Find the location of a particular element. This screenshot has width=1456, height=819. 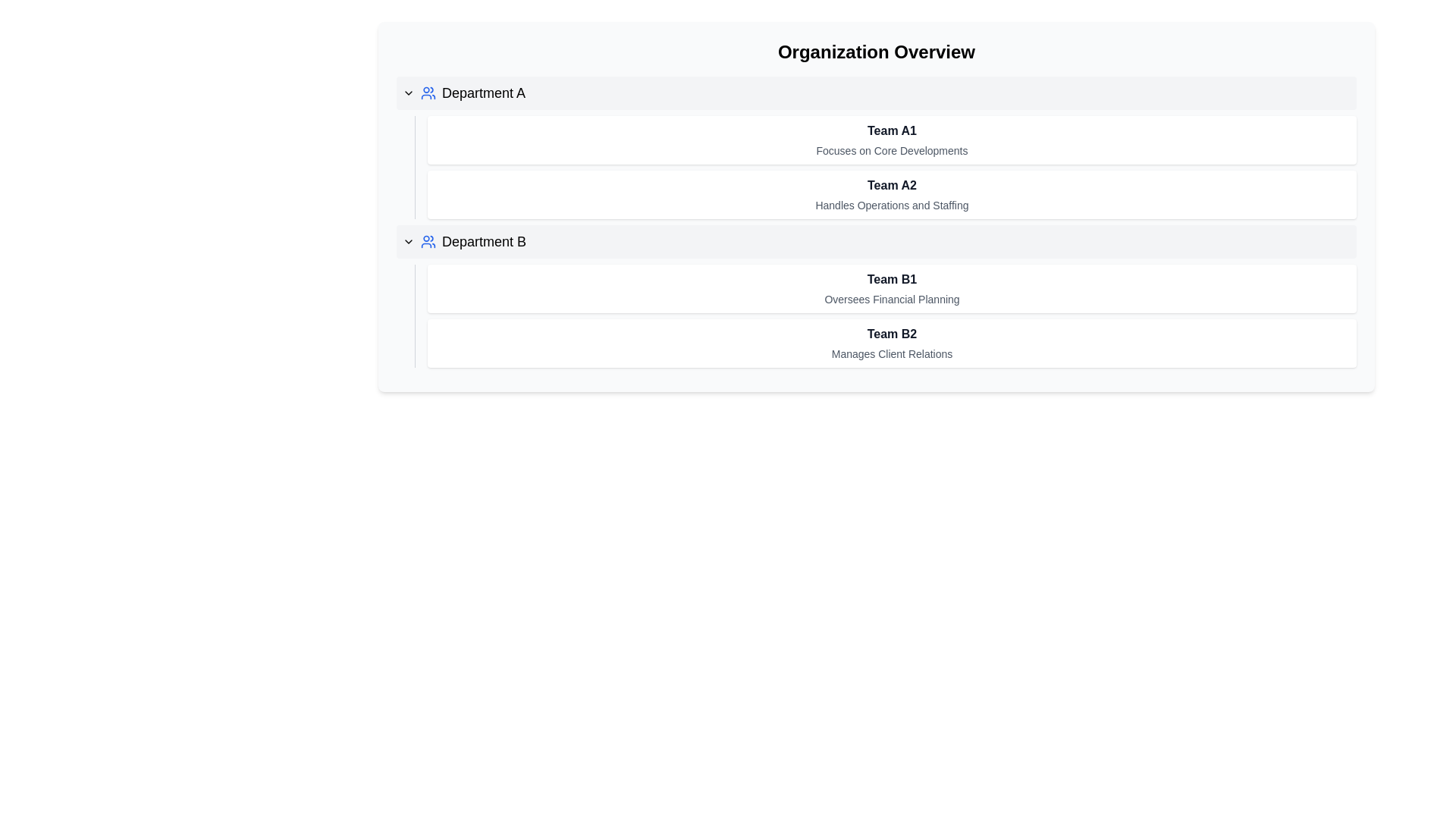

the second primary entry in the department list is located at coordinates (877, 241).